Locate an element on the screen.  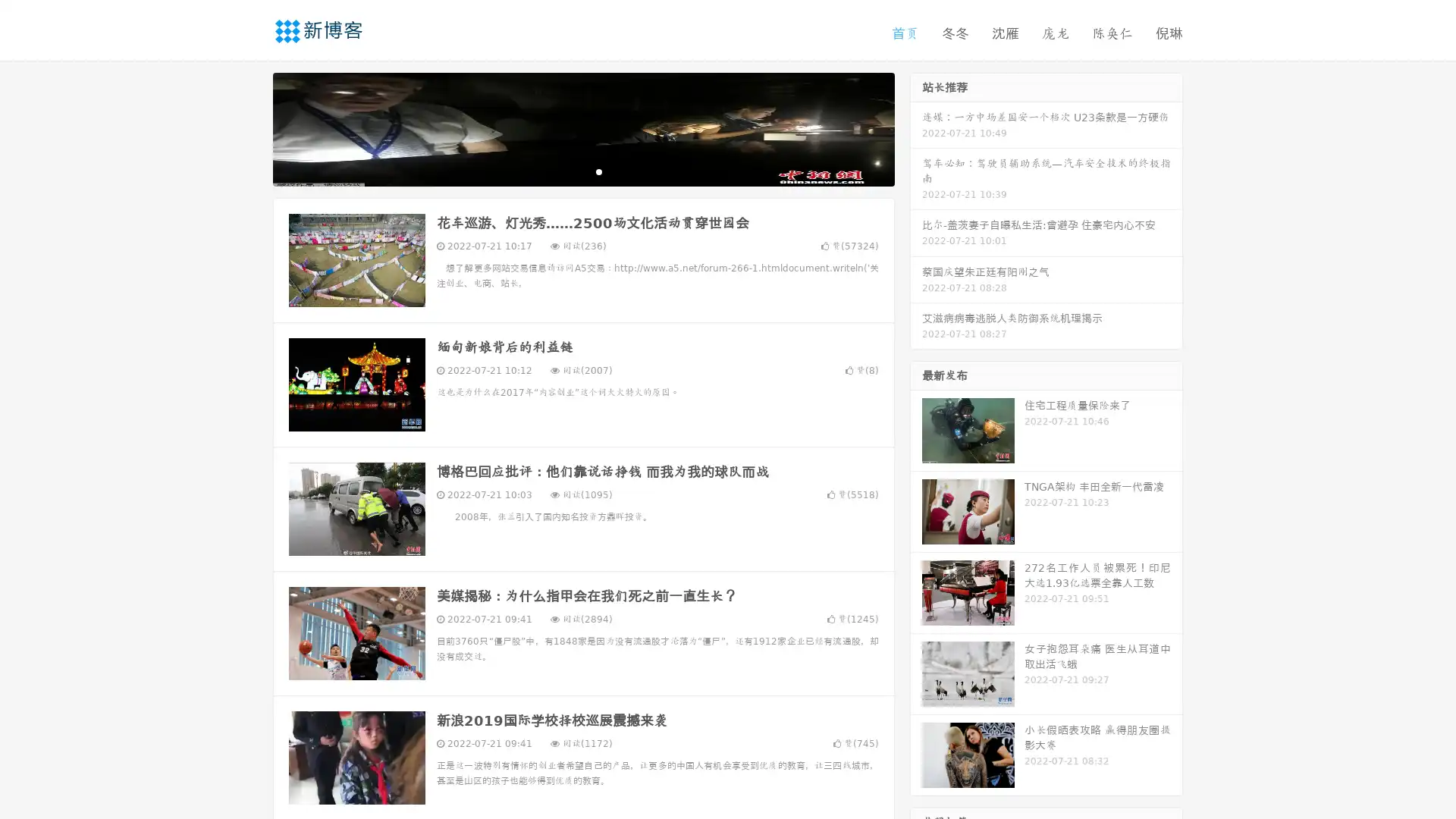
Previous slide is located at coordinates (250, 127).